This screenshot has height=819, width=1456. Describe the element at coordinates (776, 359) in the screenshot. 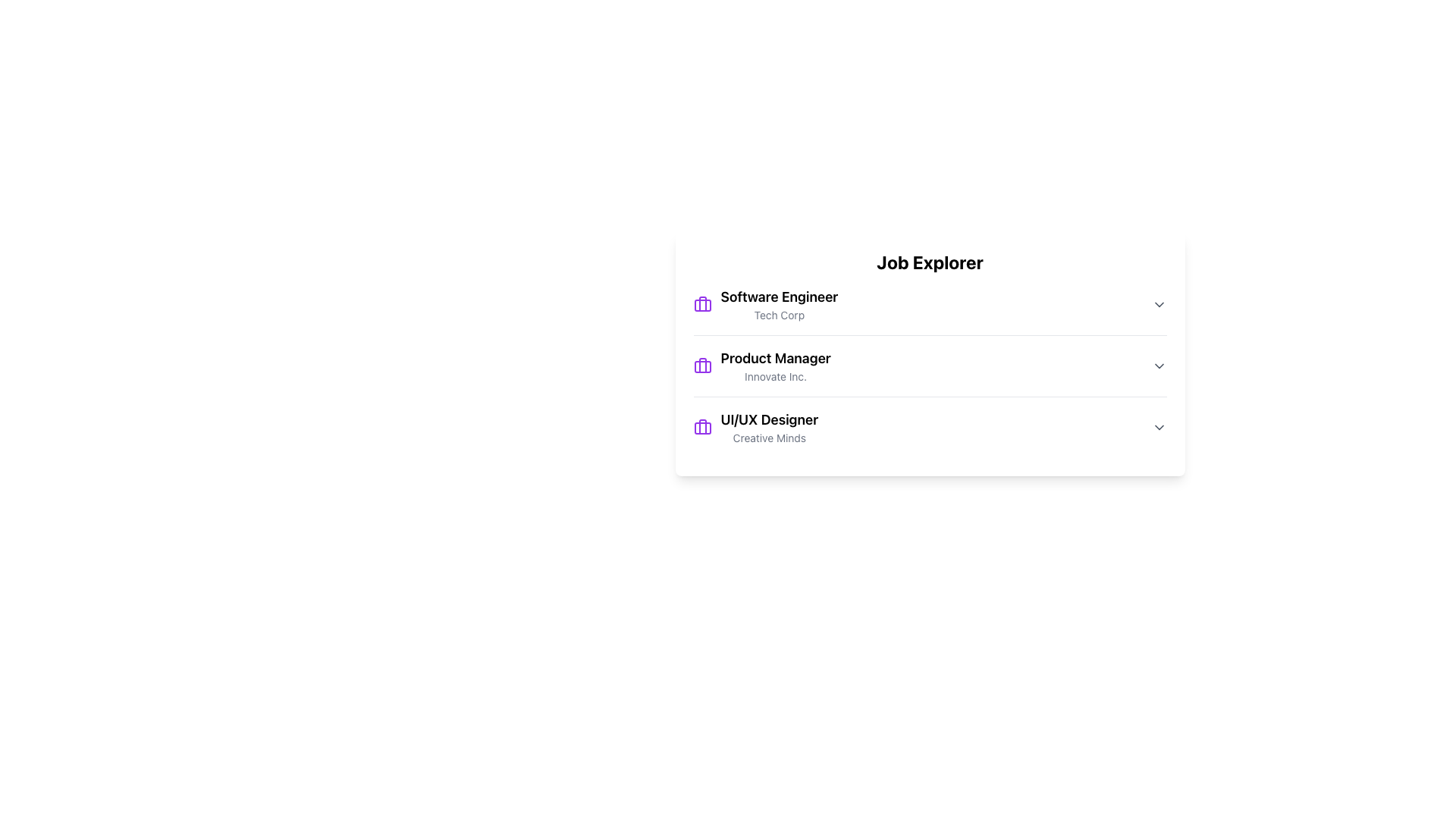

I see `text label representing the job title 'Product Manager', located in the middle of a job listing interface, above the company name 'Innovate Inc.'` at that location.